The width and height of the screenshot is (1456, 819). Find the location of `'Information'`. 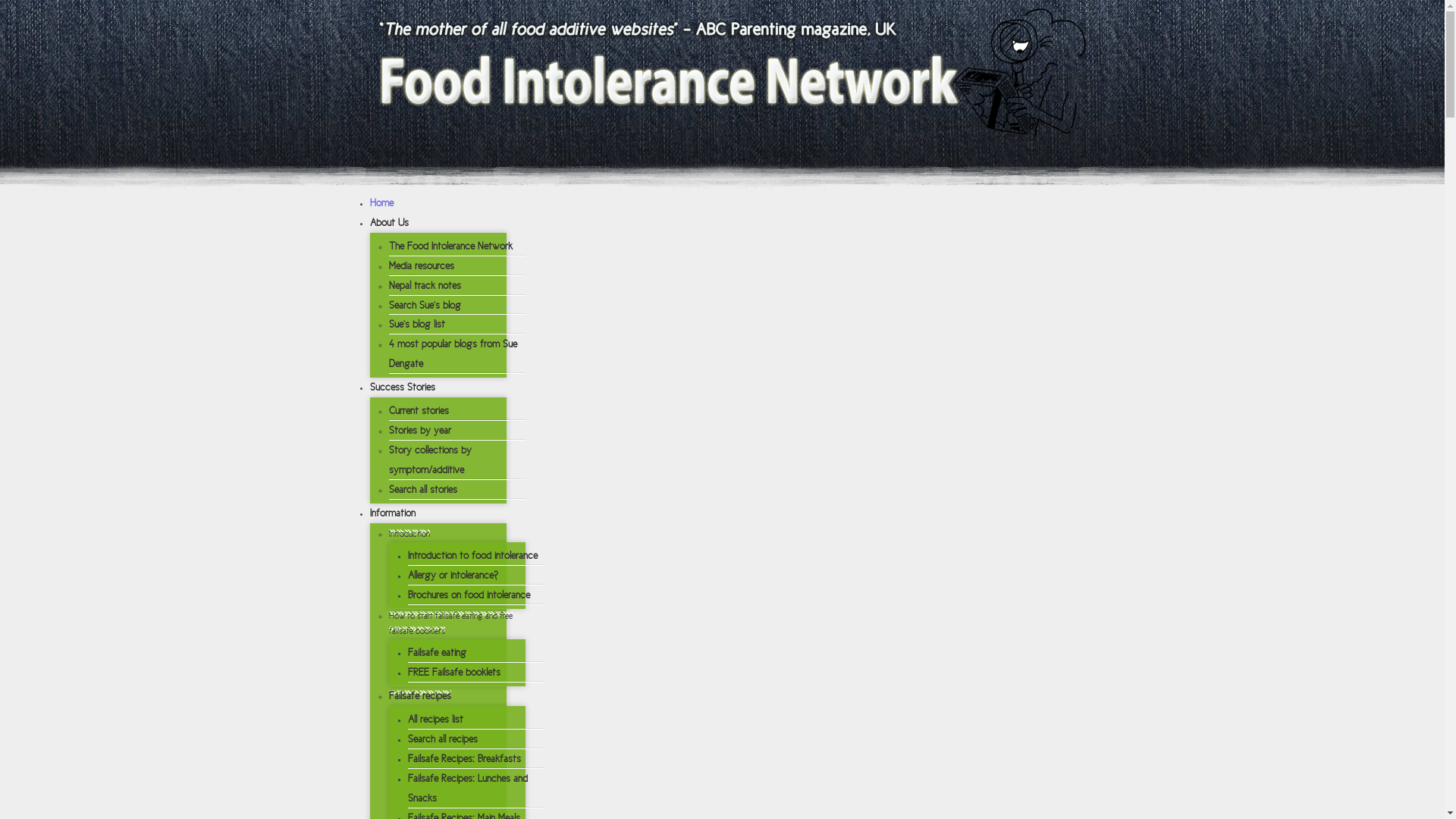

'Information' is located at coordinates (393, 512).